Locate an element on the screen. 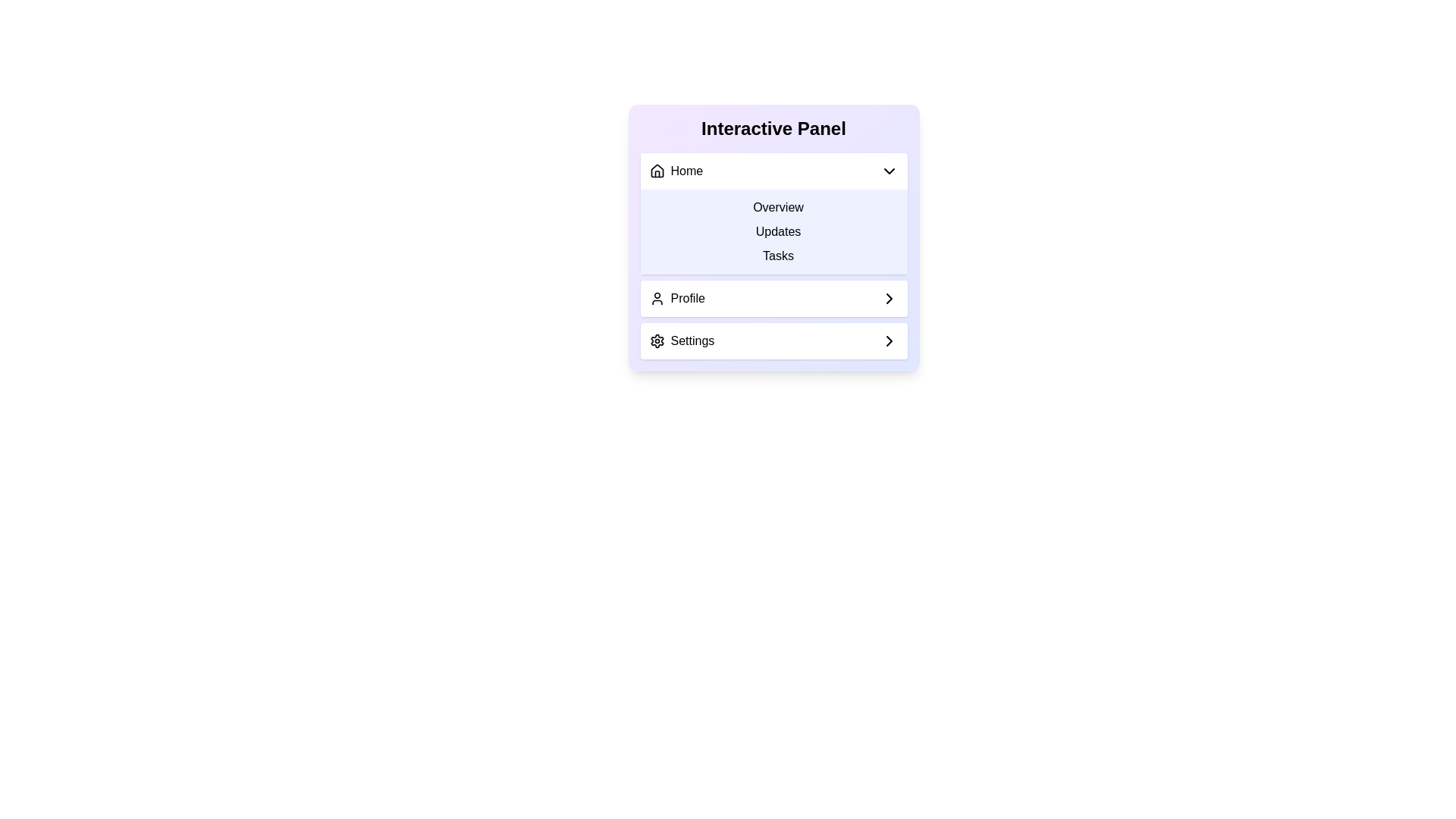 This screenshot has width=1456, height=819. the 'Tasks' text label, which is styled with padding and a hover effect is located at coordinates (778, 256).